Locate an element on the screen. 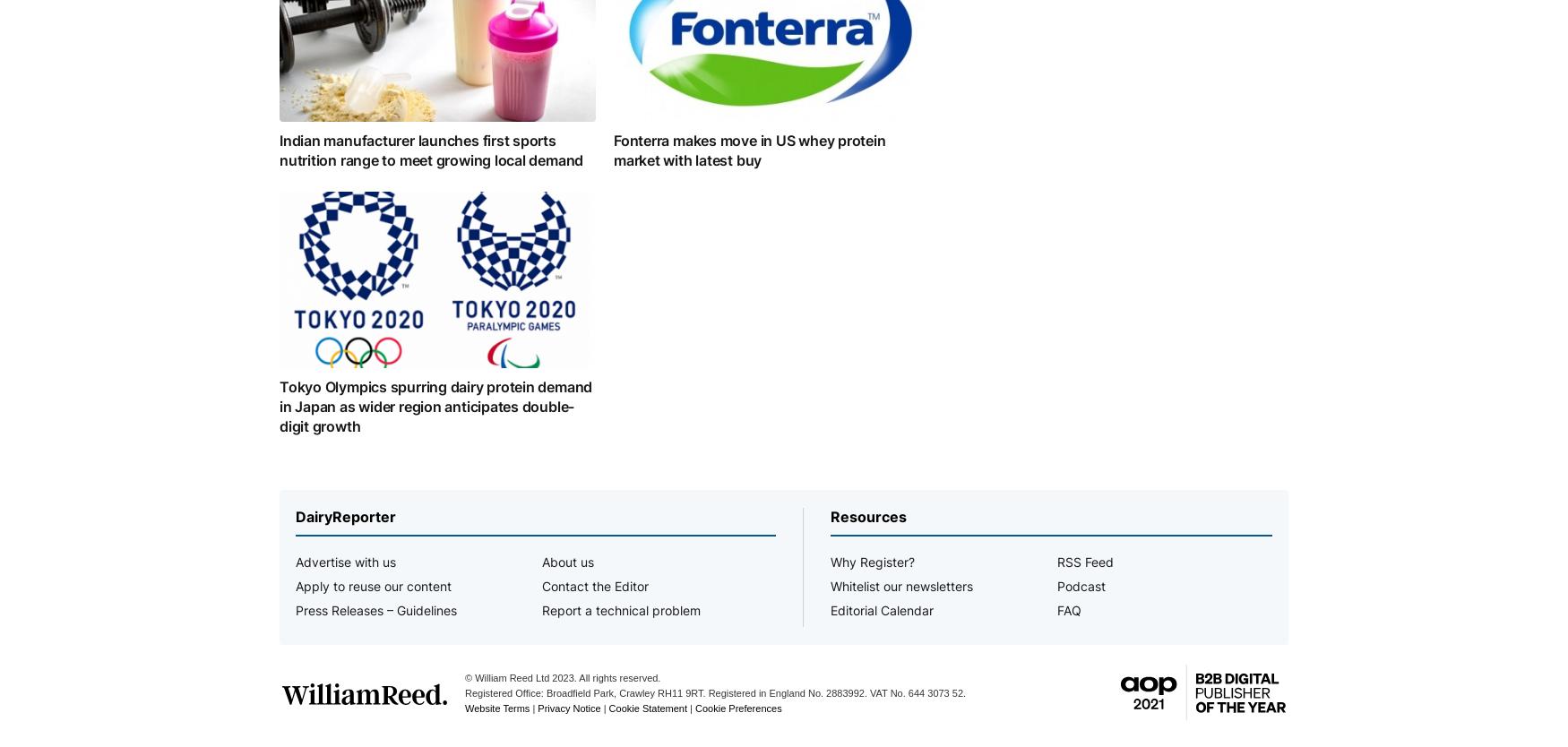 The width and height of the screenshot is (1568, 747). 'Contact the Editor' is located at coordinates (593, 585).